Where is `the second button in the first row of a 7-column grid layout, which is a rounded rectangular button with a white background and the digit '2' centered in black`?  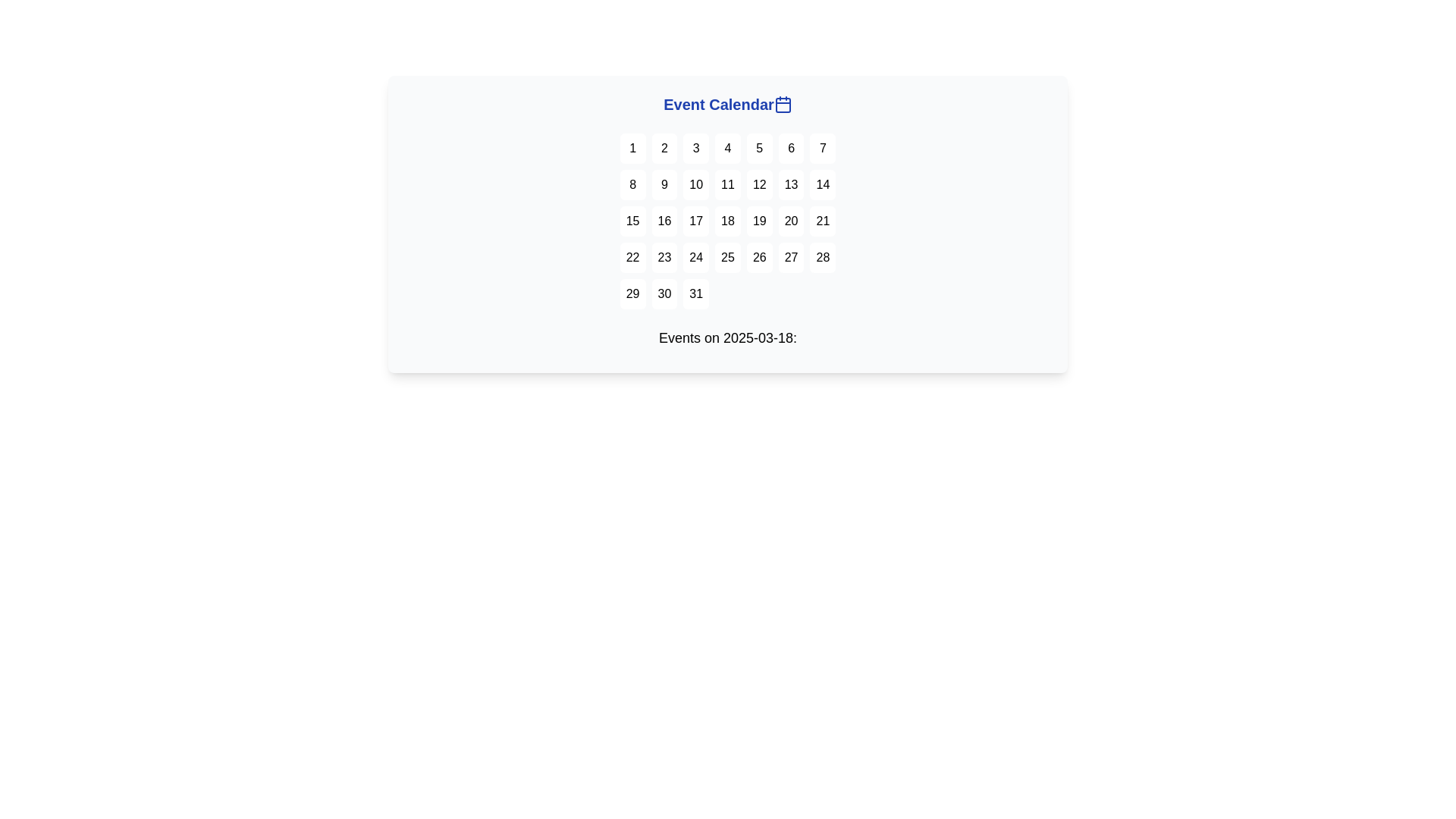
the second button in the first row of a 7-column grid layout, which is a rounded rectangular button with a white background and the digit '2' centered in black is located at coordinates (664, 149).